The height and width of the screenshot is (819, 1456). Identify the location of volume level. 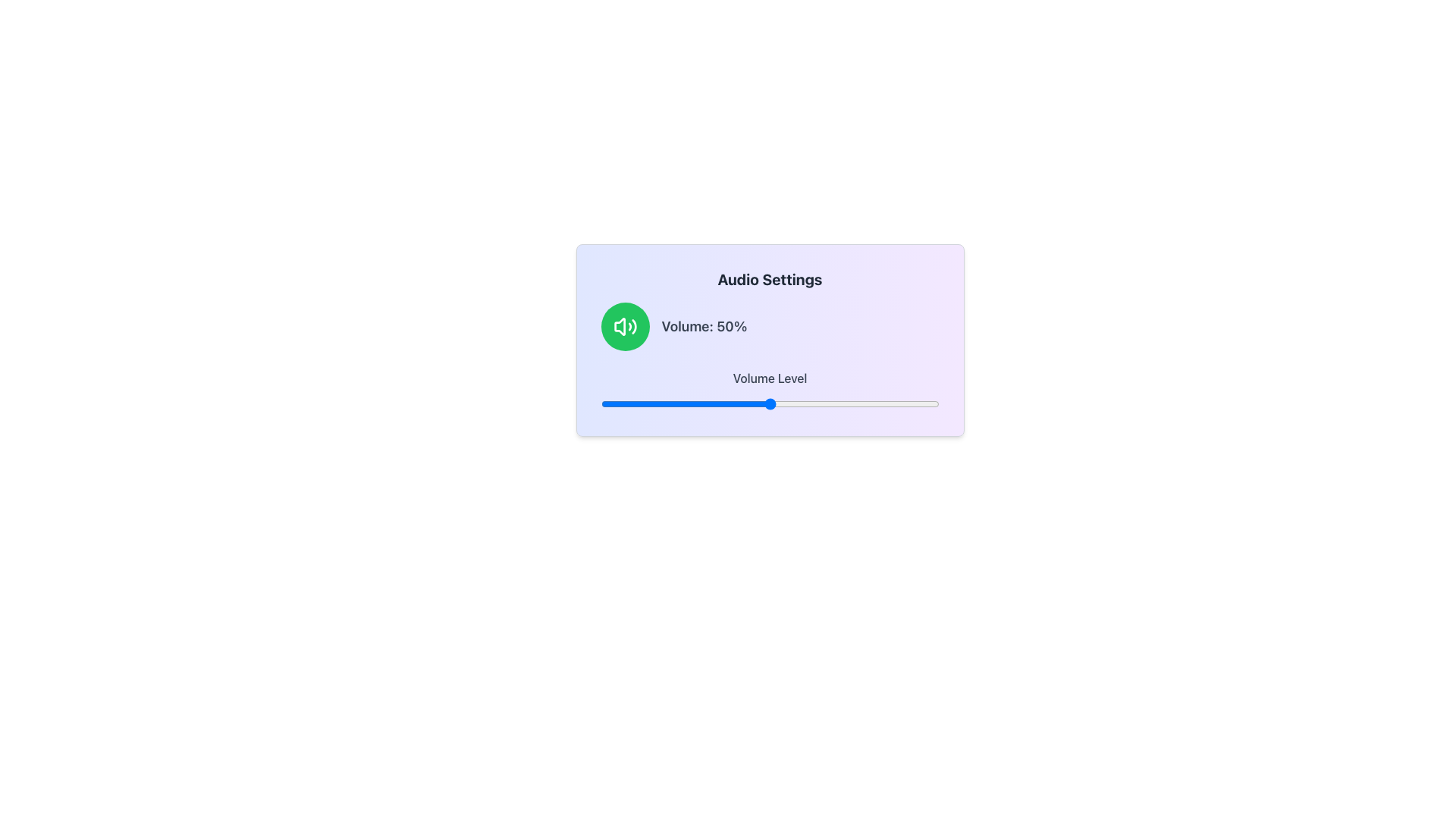
(718, 403).